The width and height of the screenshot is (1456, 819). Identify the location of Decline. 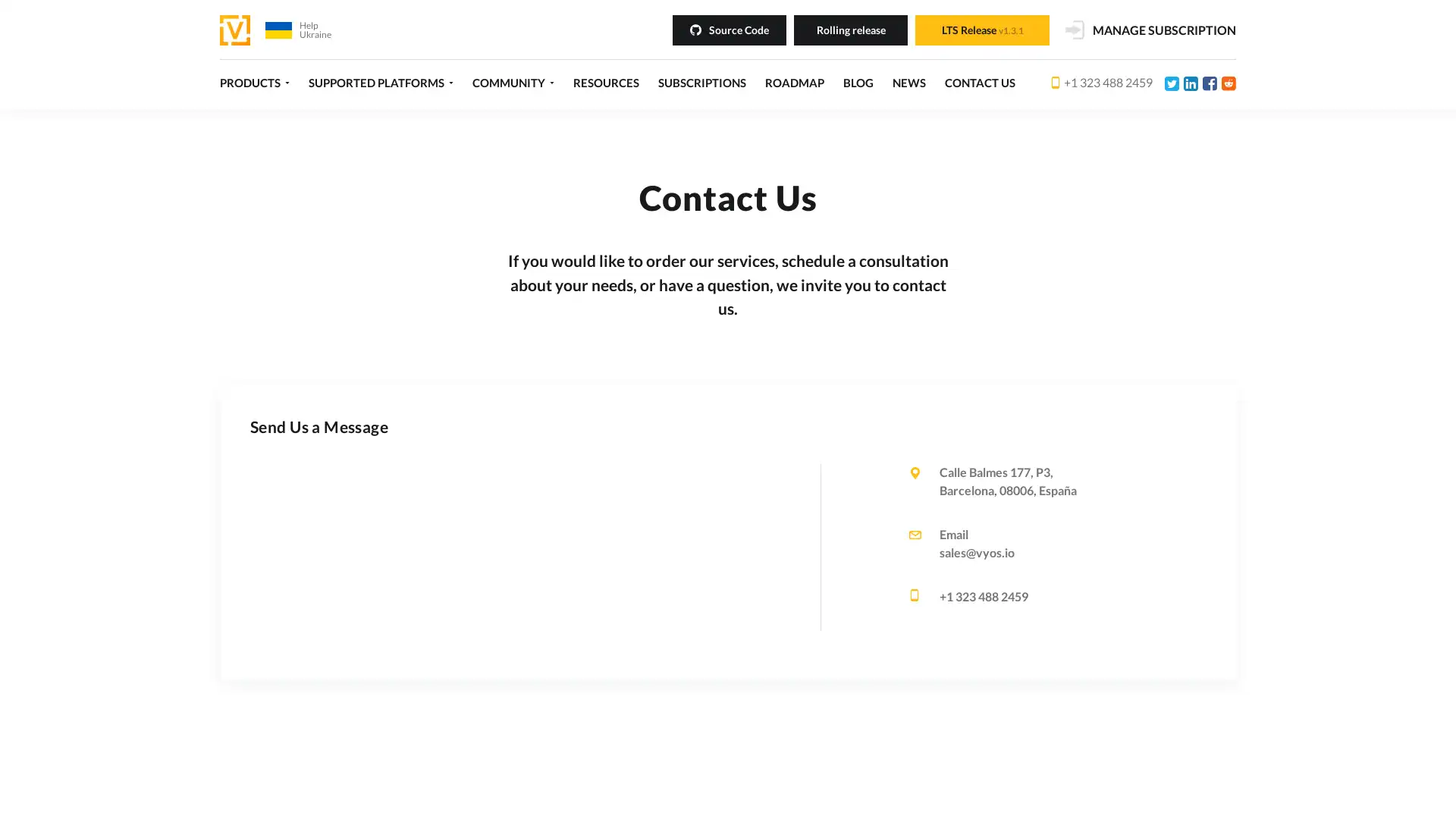
(1003, 783).